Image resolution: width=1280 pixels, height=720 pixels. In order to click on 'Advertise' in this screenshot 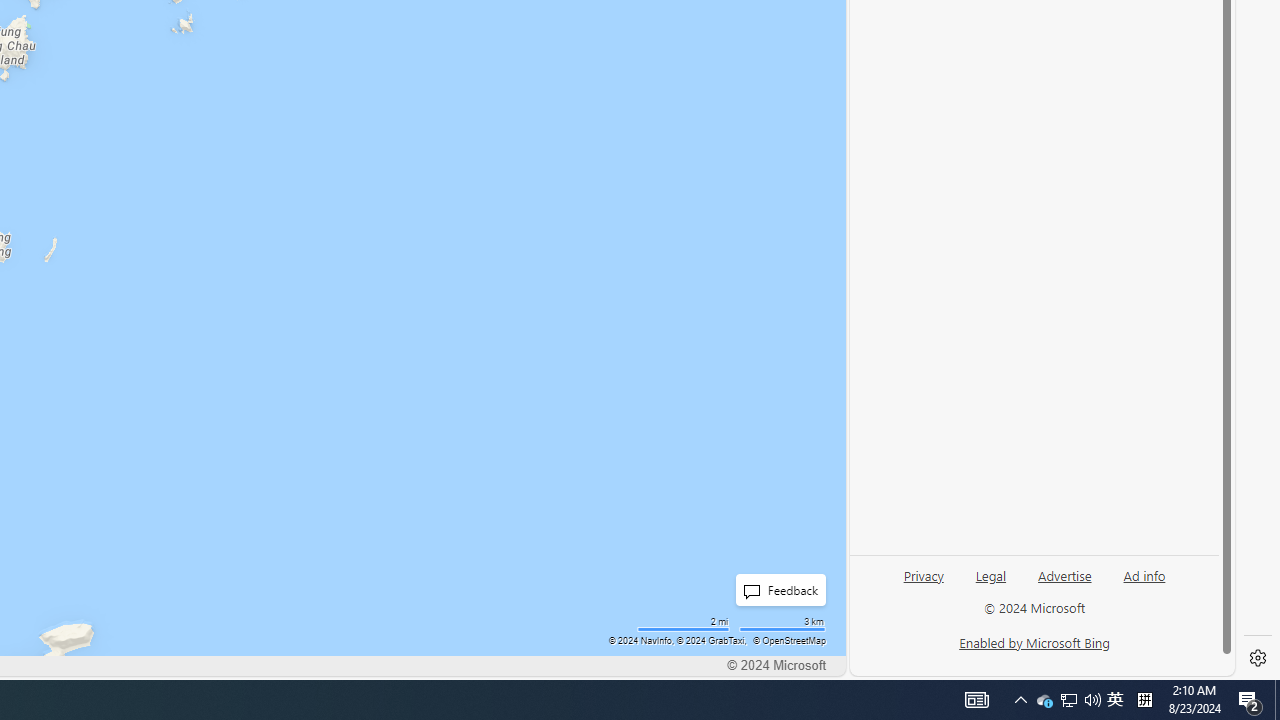, I will do `click(1063, 574)`.